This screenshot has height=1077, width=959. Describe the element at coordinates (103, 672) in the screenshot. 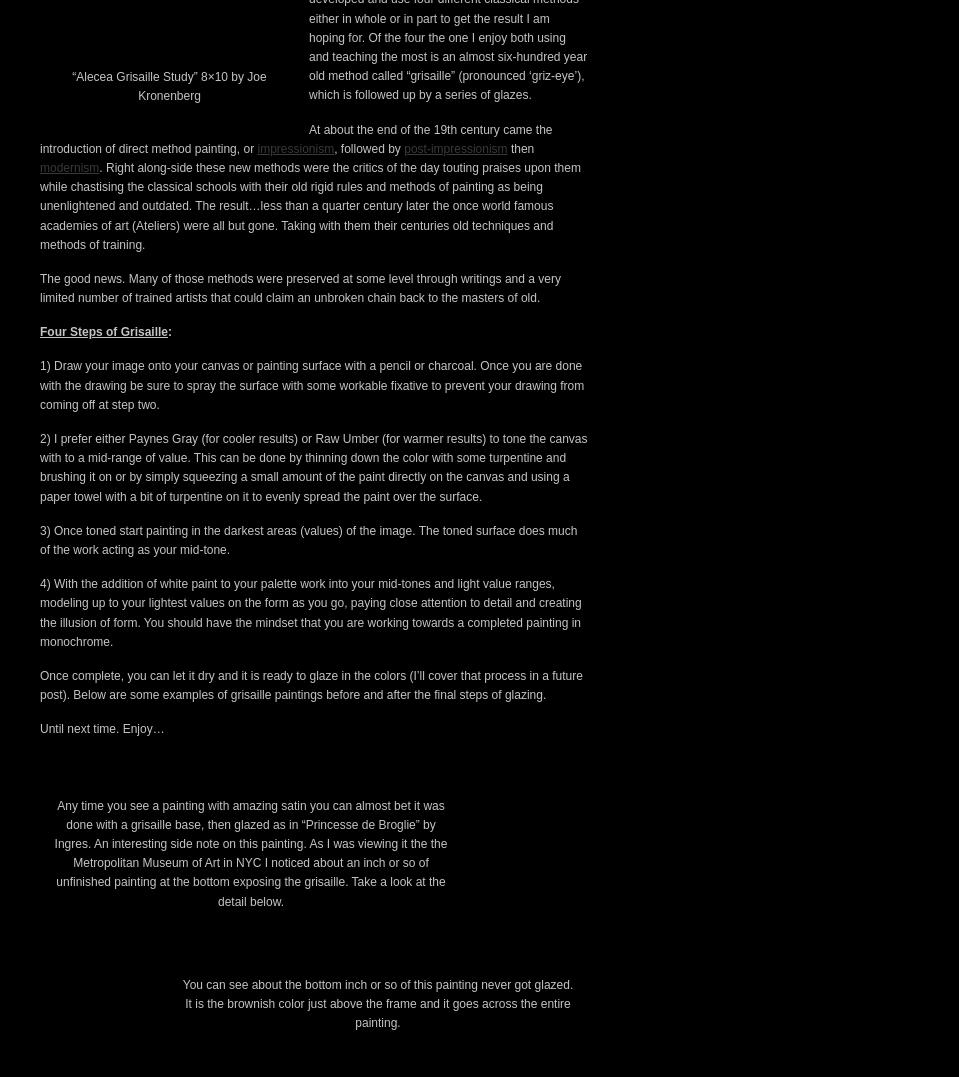

I see `'Four Steps of Grisaille'` at that location.